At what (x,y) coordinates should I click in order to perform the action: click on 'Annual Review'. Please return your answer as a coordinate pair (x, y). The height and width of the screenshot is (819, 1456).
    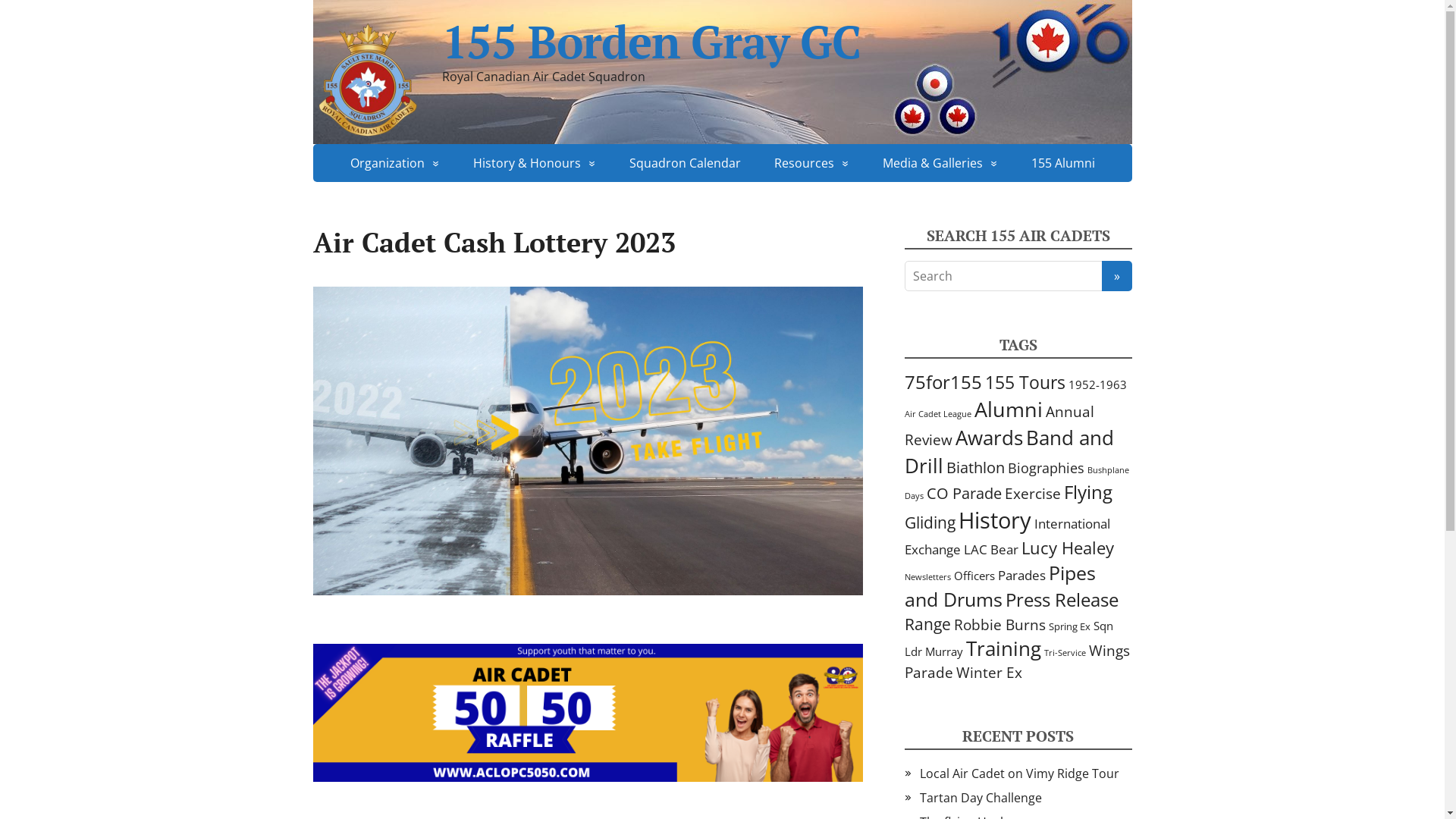
    Looking at the image, I should click on (998, 425).